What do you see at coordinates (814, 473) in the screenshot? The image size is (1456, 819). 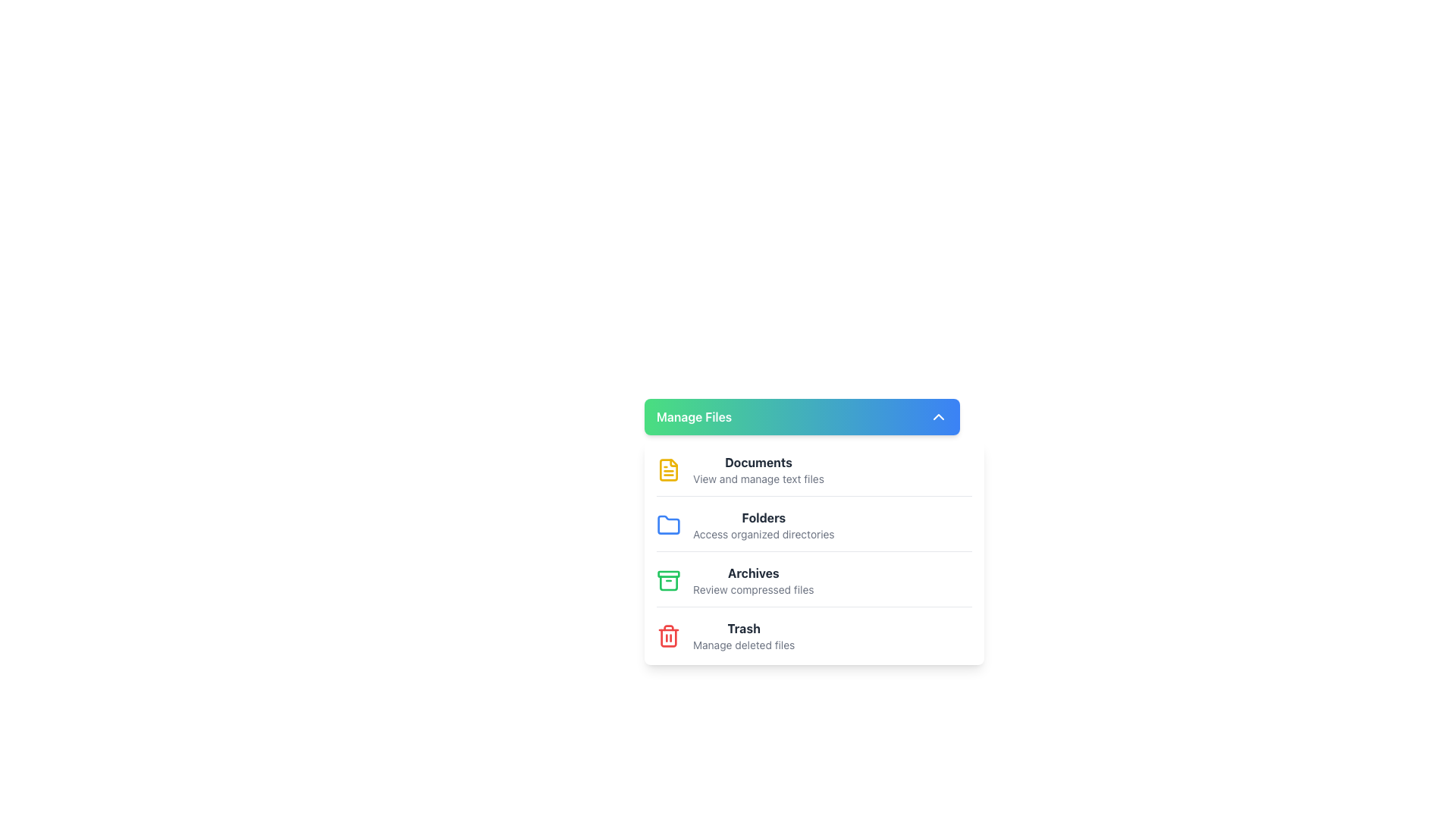 I see `the 'Documents' menu item, which is the first entry in the 'Manage Files' section` at bounding box center [814, 473].